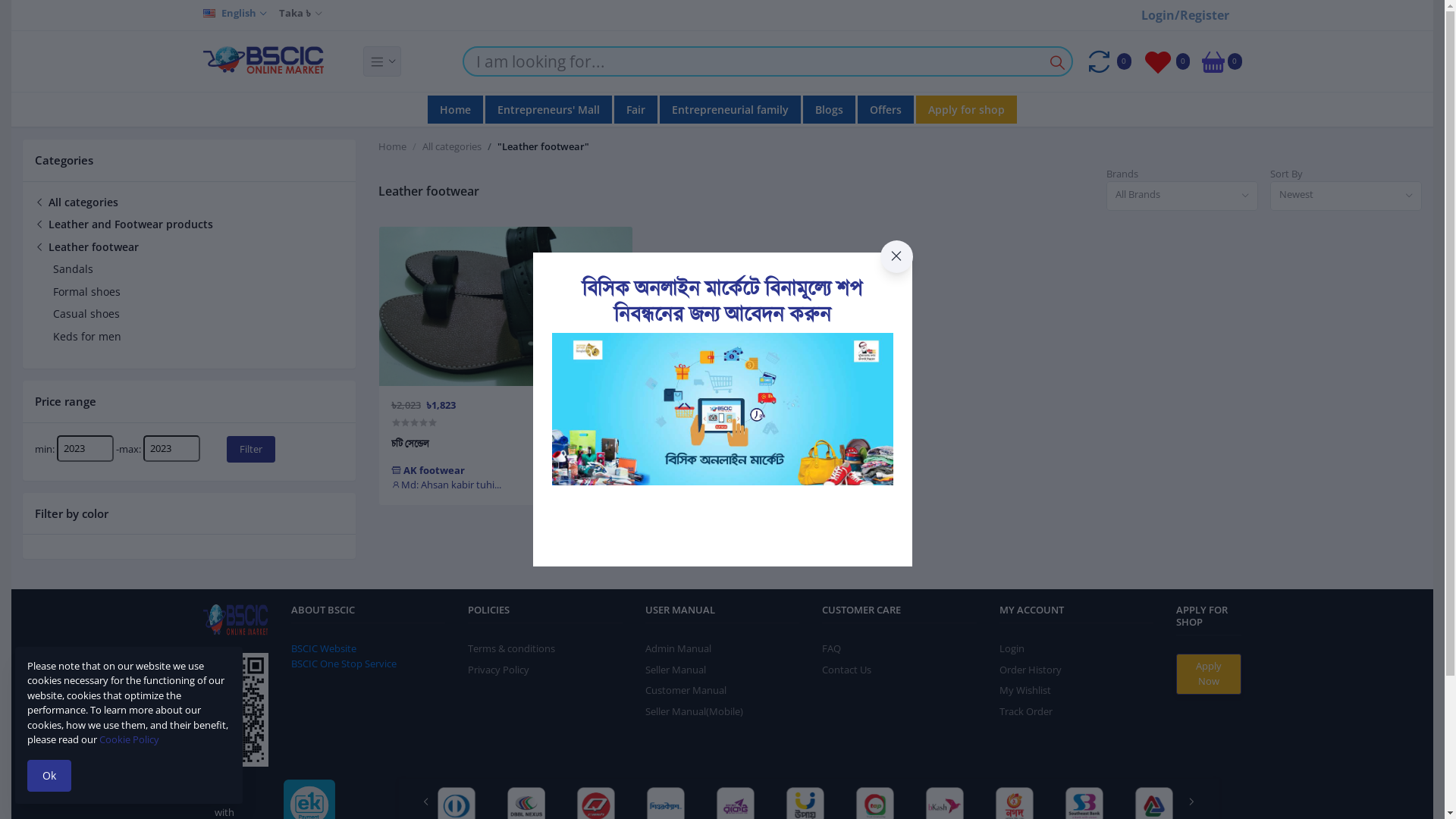  I want to click on 'Sandals', so click(53, 268).